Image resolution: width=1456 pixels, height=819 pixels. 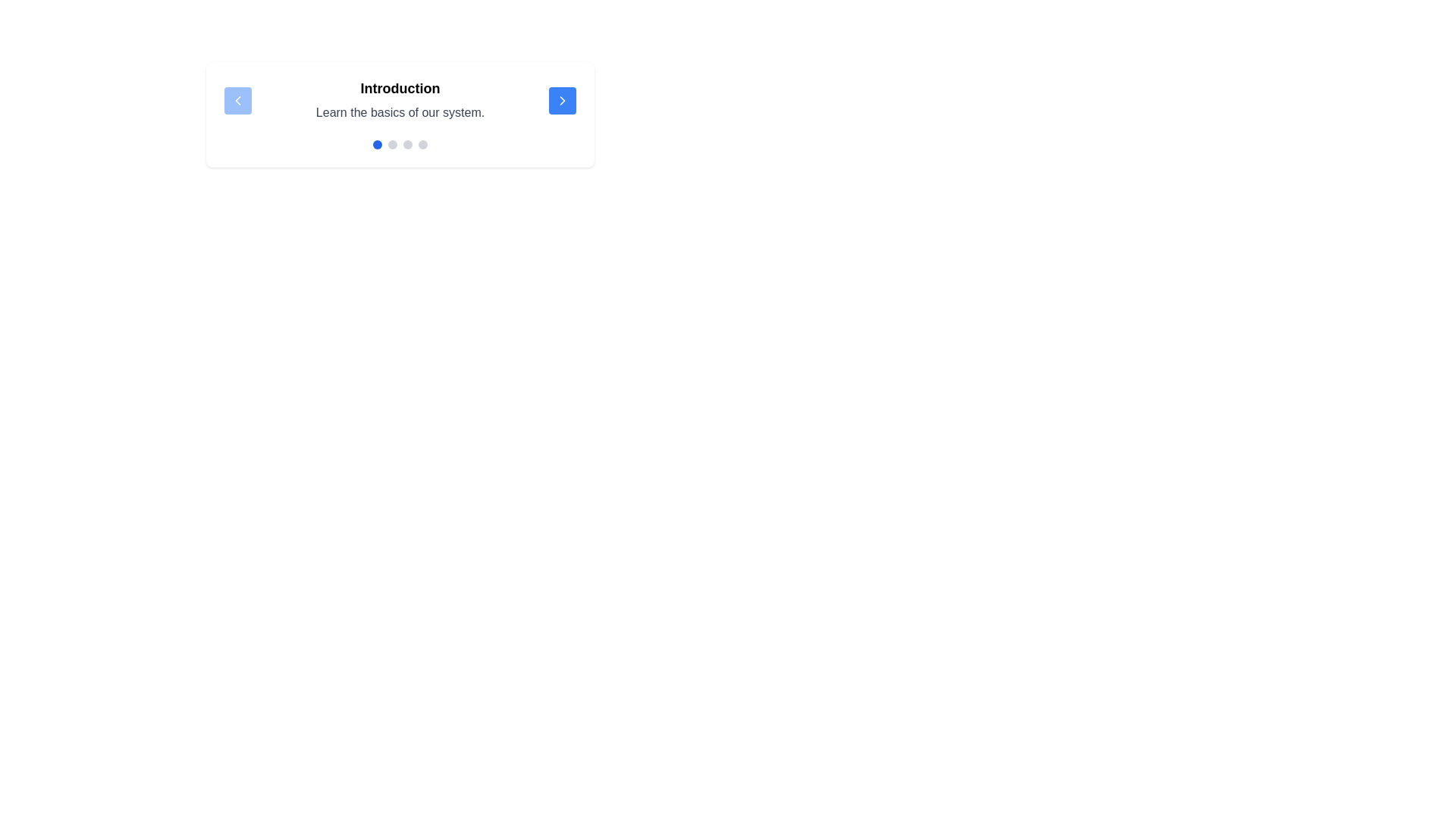 I want to click on the blue circular Indicator dot, which is the first in a sequence of four similar gray indicators positioned horizontally beneath the text 'Learn the basics of our system.', so click(x=378, y=144).